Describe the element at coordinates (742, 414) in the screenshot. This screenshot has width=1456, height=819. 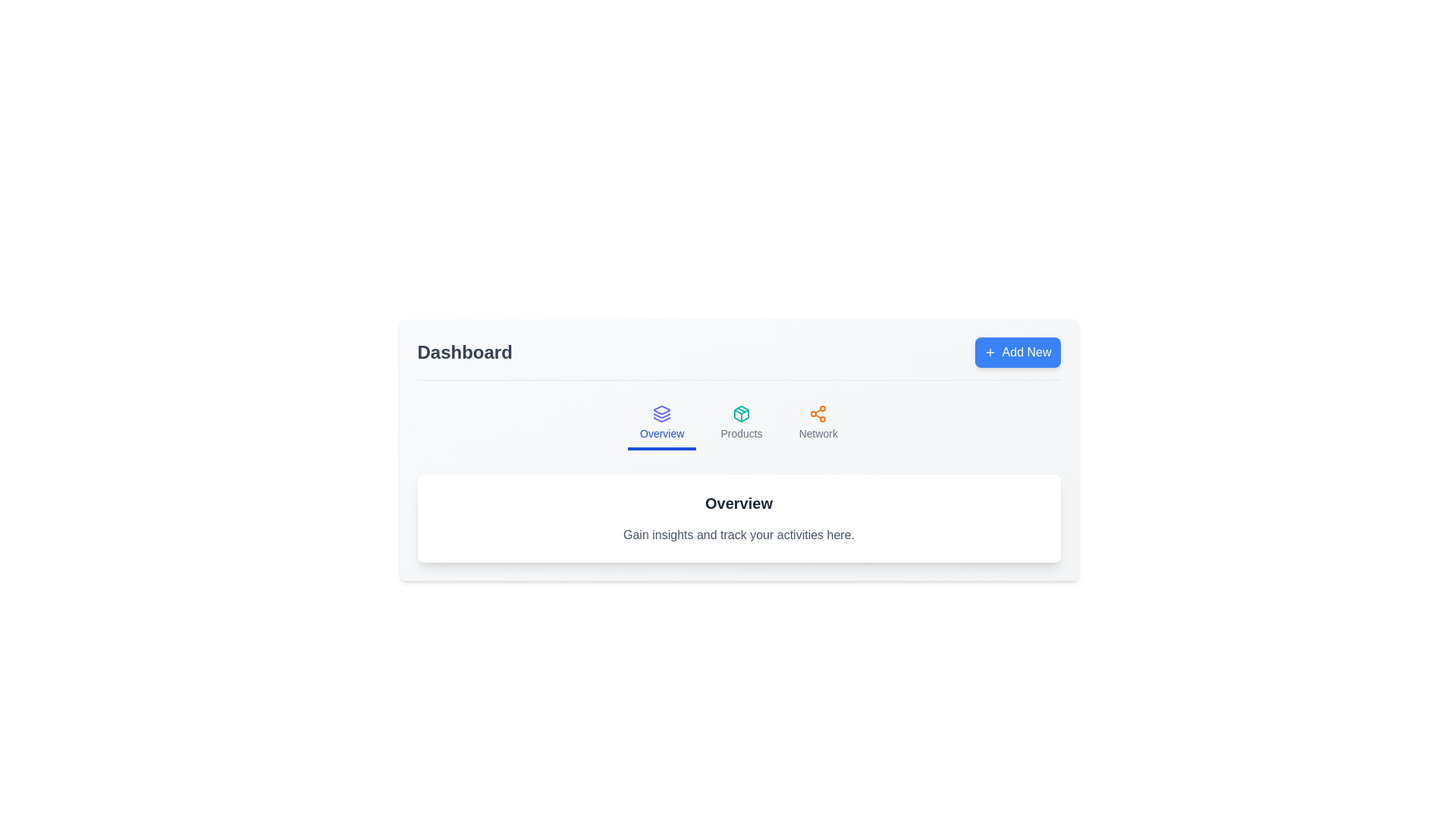
I see `the icon of the Products tab` at that location.